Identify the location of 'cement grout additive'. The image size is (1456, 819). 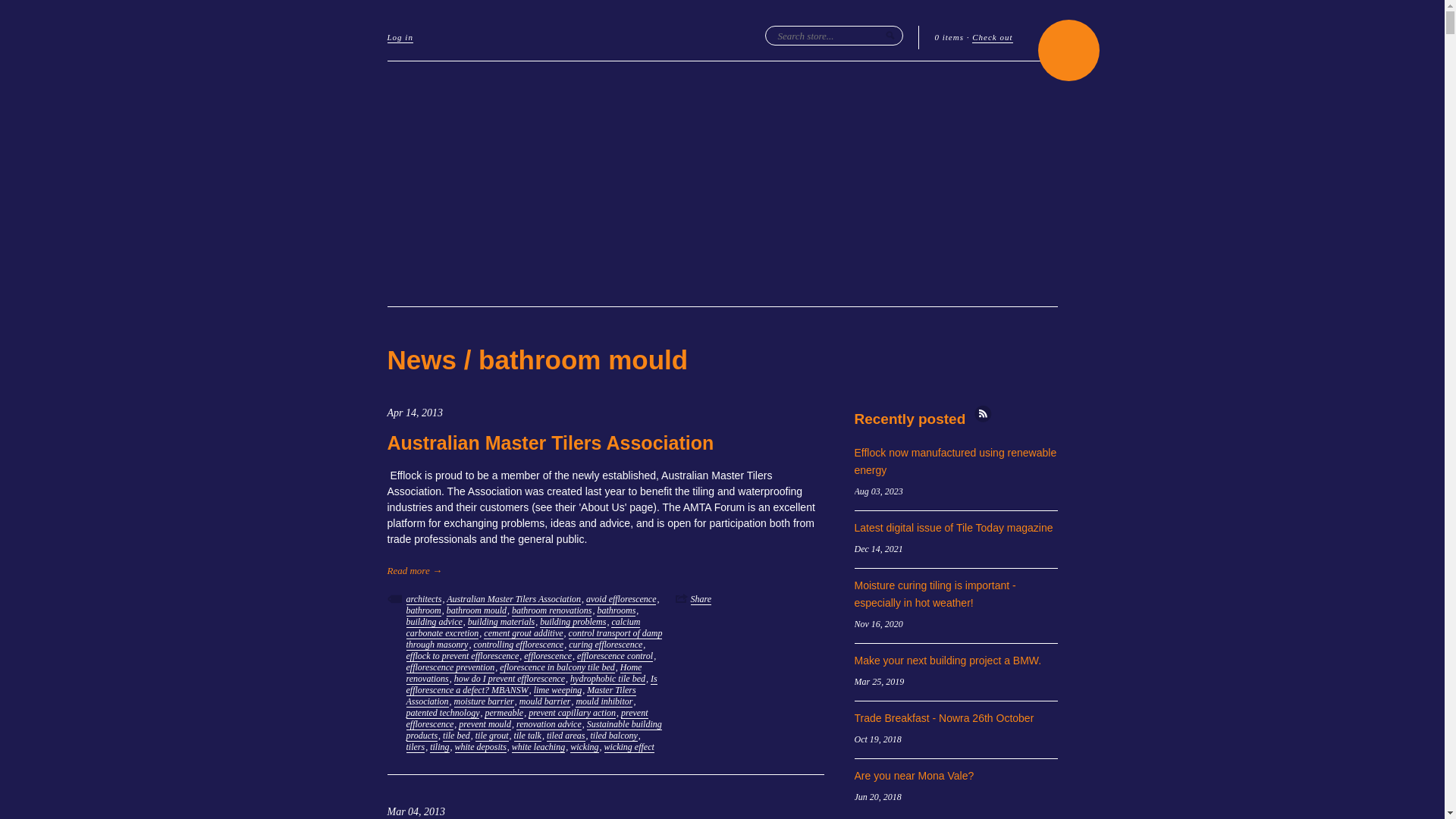
(523, 633).